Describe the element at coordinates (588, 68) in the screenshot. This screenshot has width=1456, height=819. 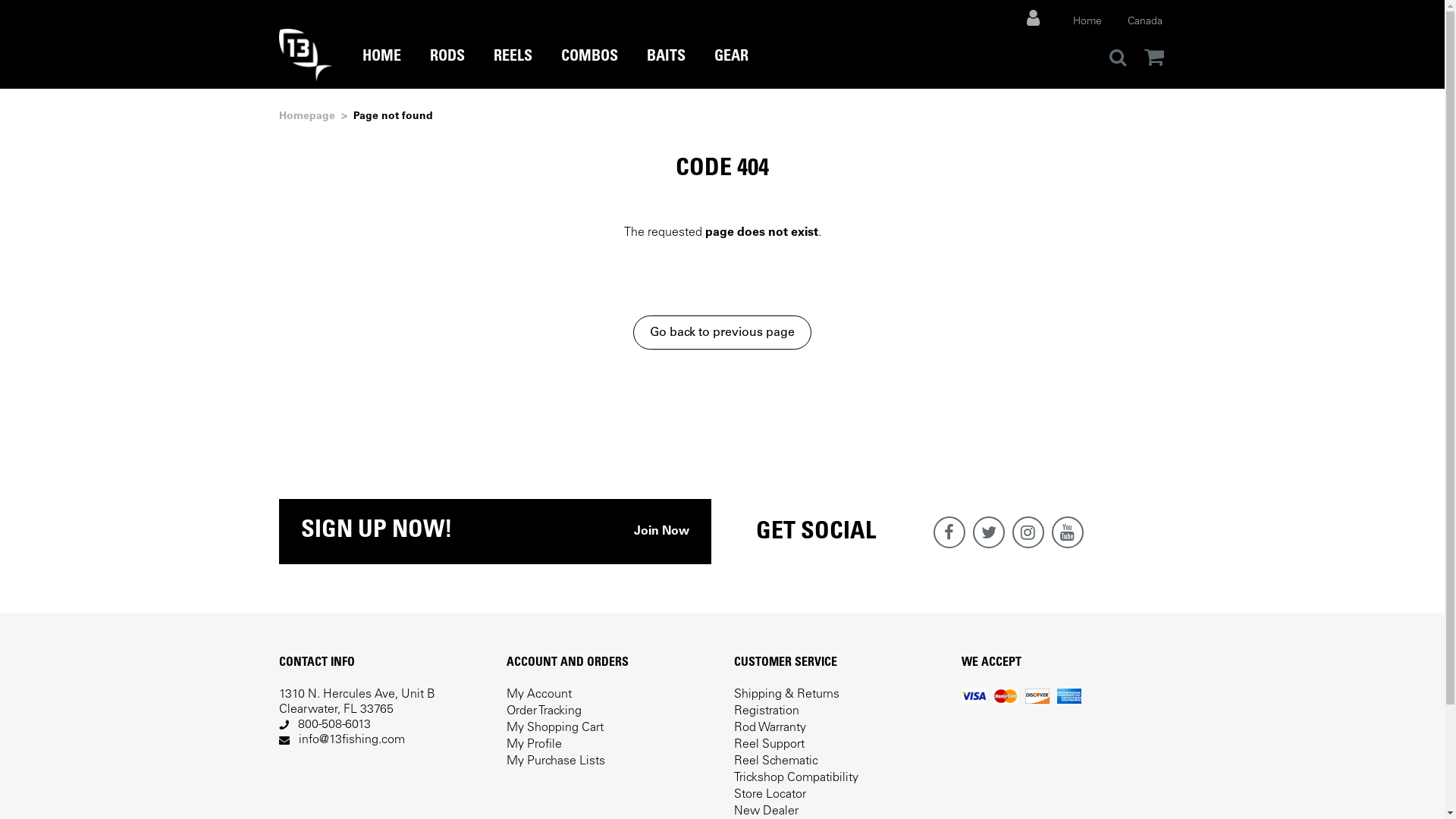
I see `'COMBOS'` at that location.